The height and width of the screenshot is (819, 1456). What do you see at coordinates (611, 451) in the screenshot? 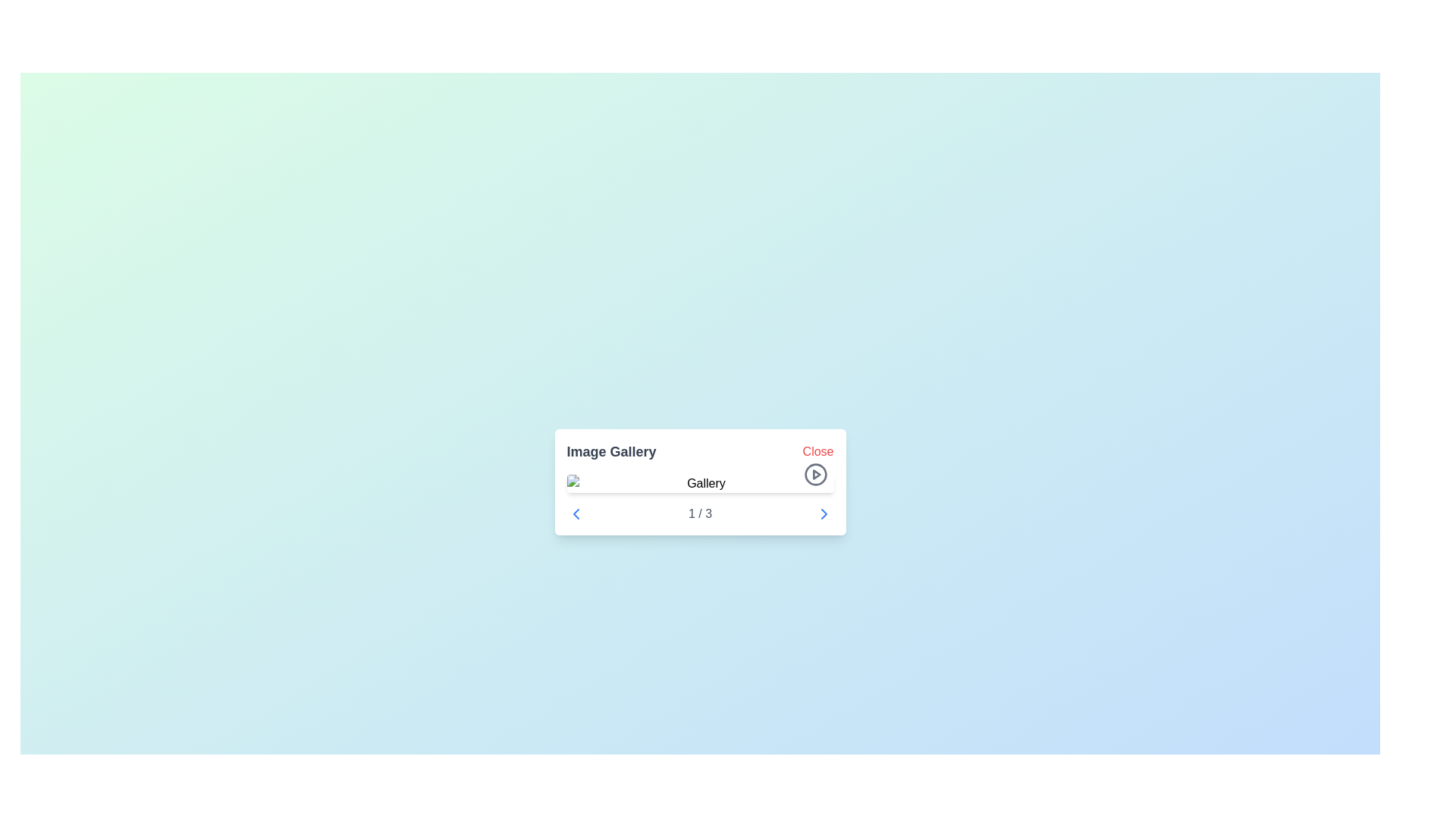
I see `the 'Image Gallery' text label, which is bold and large-sized, displayed in gray on a white background, serving as a section title` at bounding box center [611, 451].